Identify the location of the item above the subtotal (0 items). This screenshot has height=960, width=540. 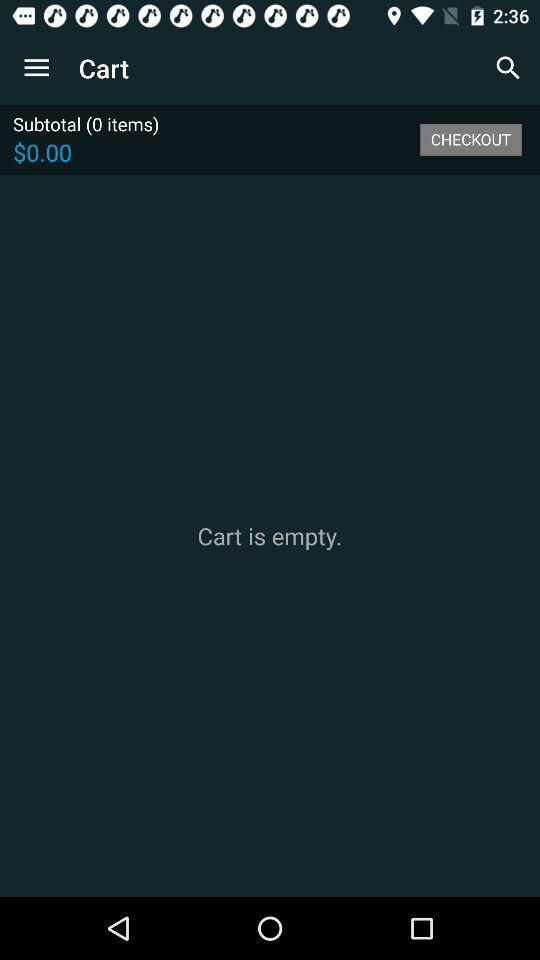
(36, 68).